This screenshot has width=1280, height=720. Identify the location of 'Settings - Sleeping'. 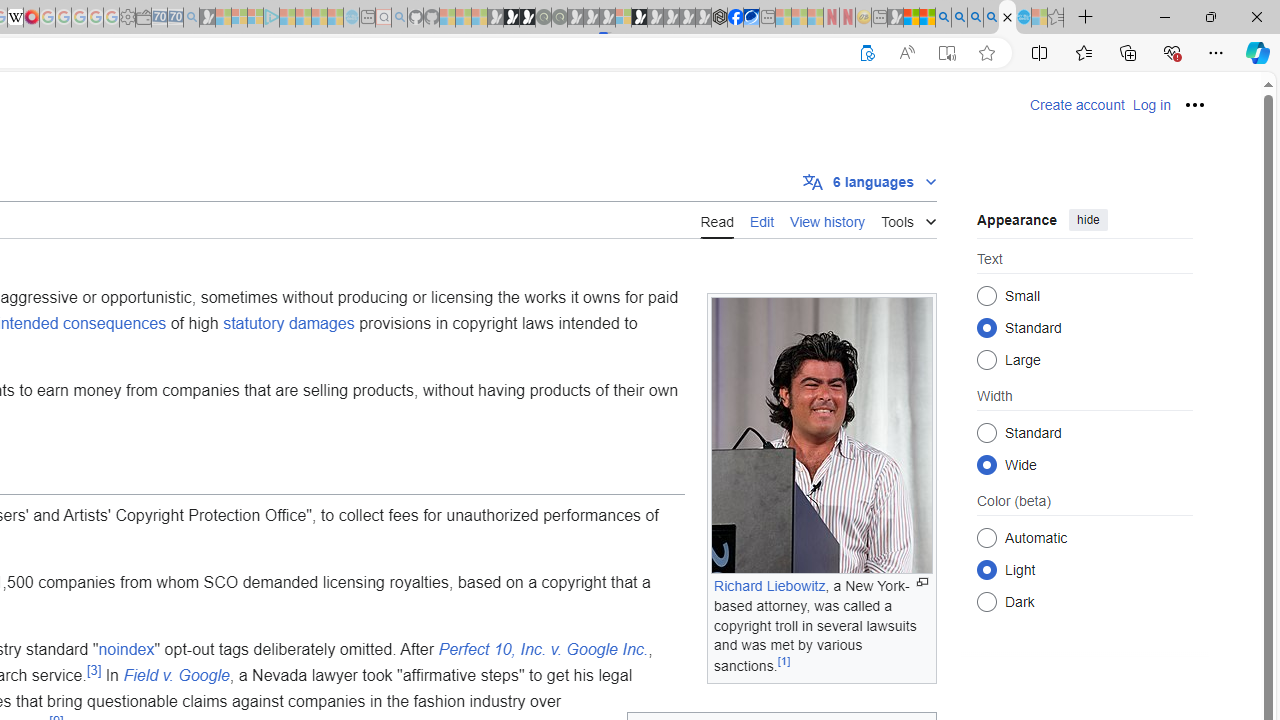
(126, 17).